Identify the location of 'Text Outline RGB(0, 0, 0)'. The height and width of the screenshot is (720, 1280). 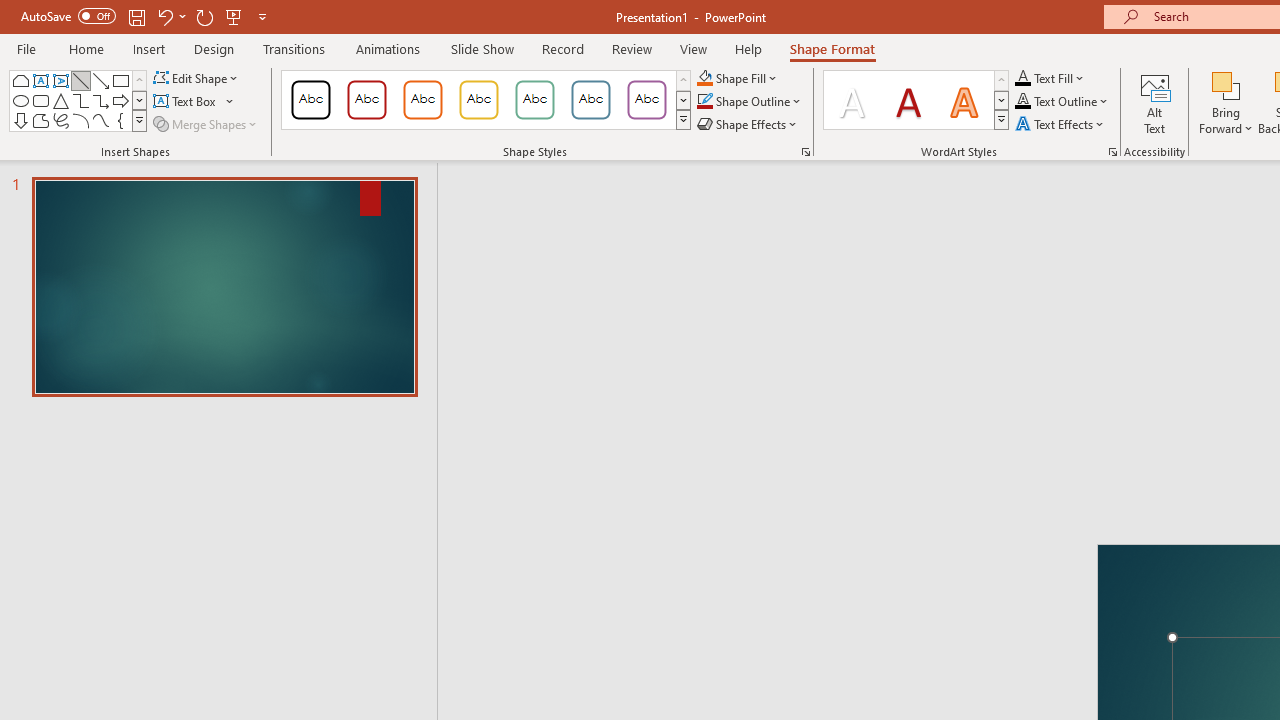
(1023, 101).